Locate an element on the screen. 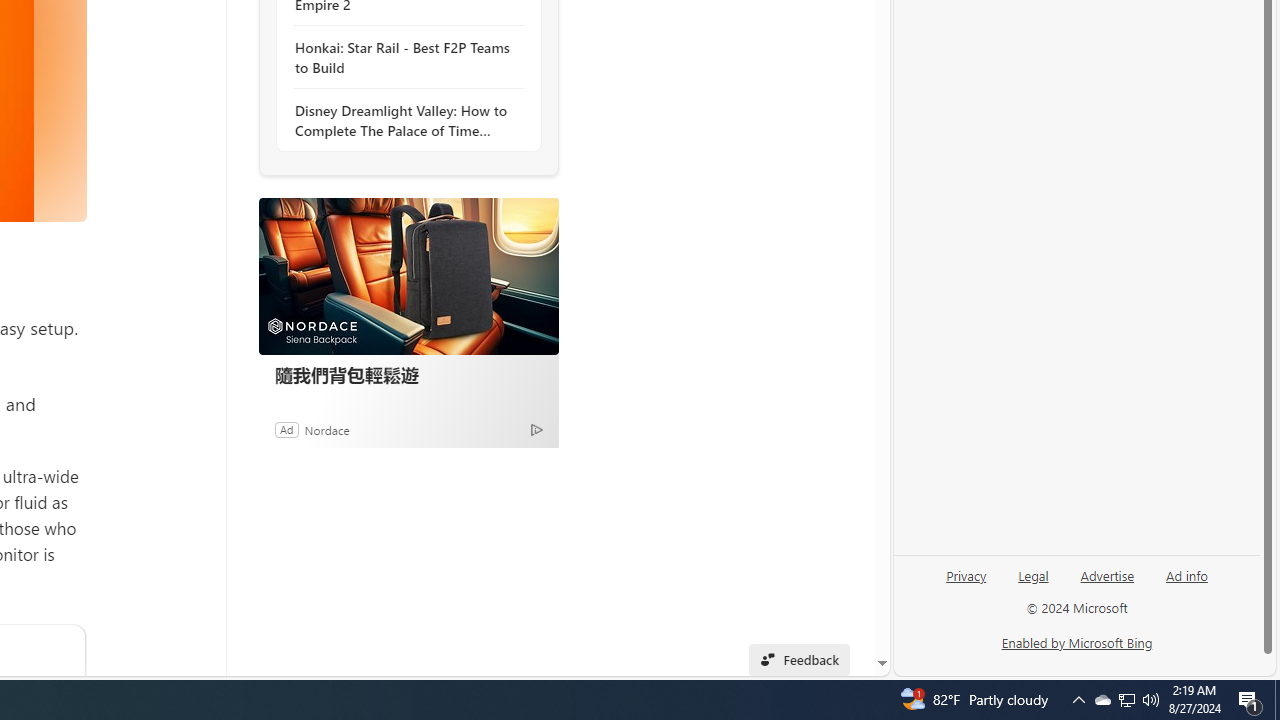 This screenshot has height=720, width=1280. 'Privacy' is located at coordinates (966, 574).